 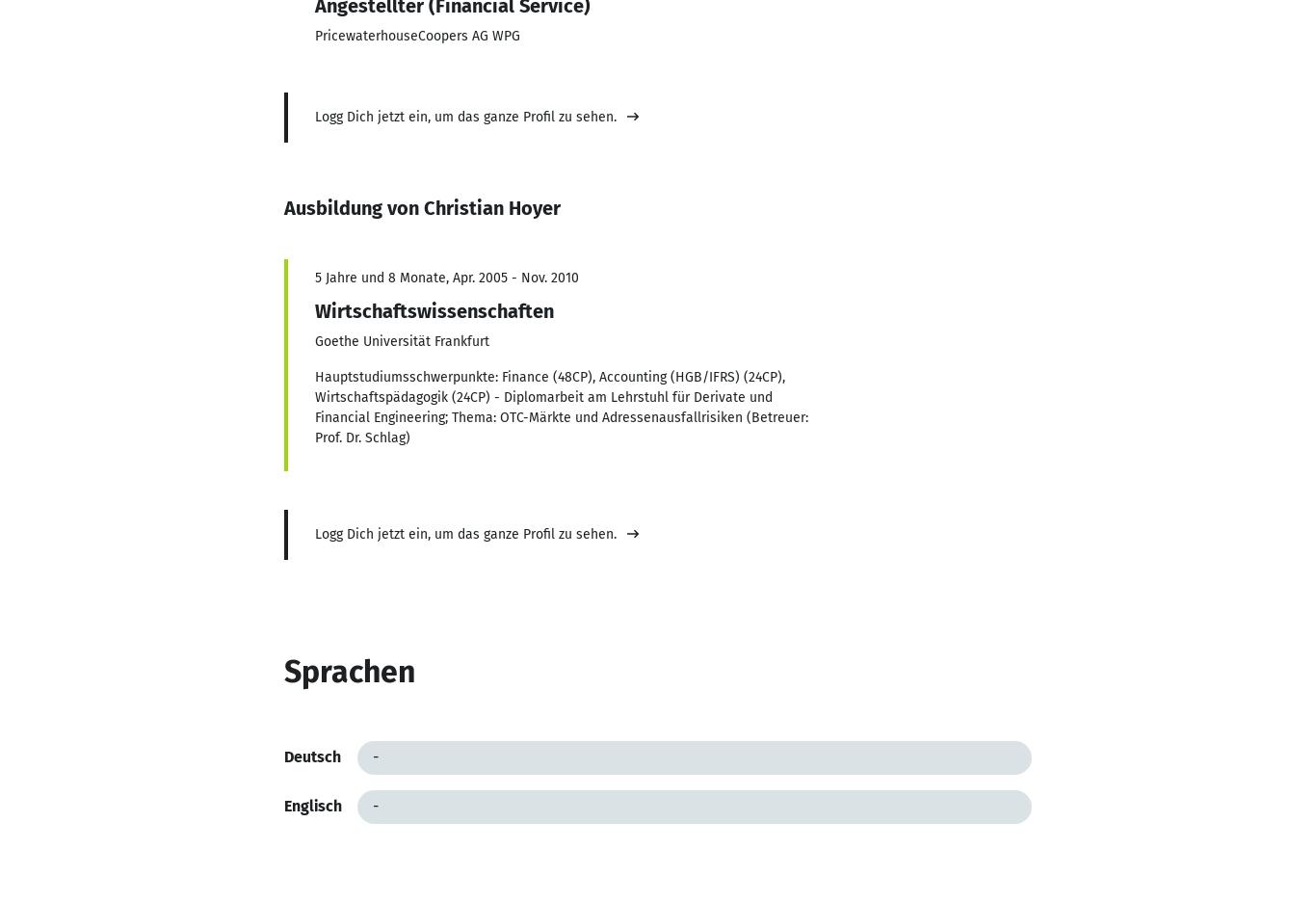 What do you see at coordinates (415, 34) in the screenshot?
I see `'PricewaterhouseCoopers AG WPG'` at bounding box center [415, 34].